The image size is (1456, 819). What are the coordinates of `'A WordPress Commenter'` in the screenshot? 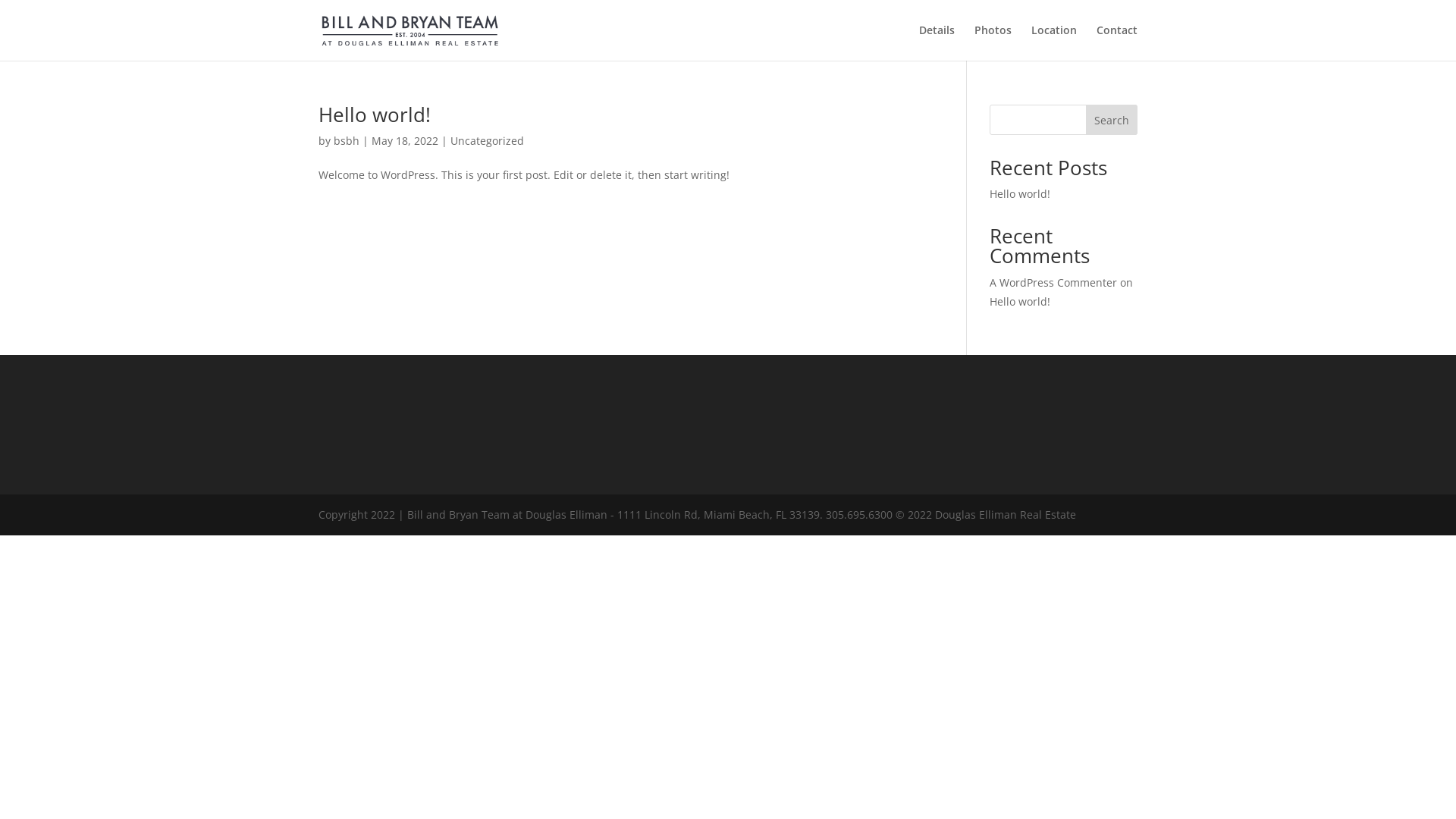 It's located at (1052, 282).